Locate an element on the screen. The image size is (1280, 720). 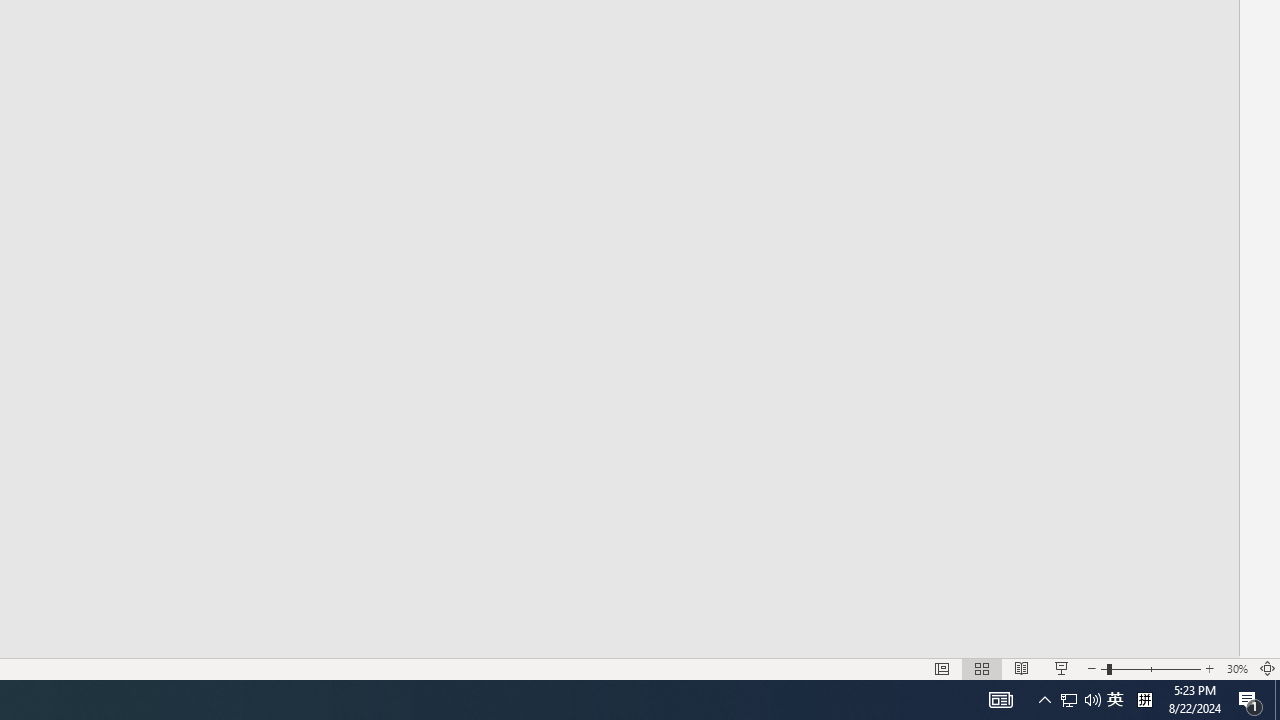
'Zoom 30%' is located at coordinates (1236, 669).